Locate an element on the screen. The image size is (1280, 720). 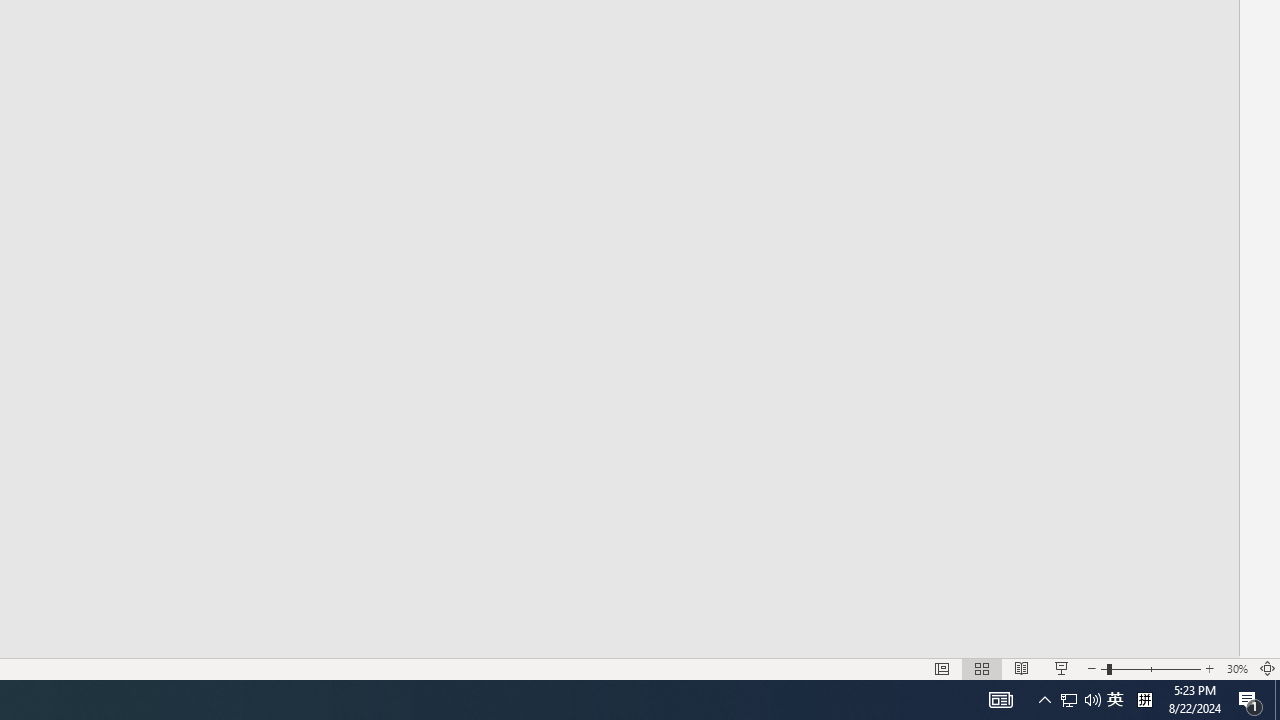
'Zoom 30%' is located at coordinates (1236, 669).